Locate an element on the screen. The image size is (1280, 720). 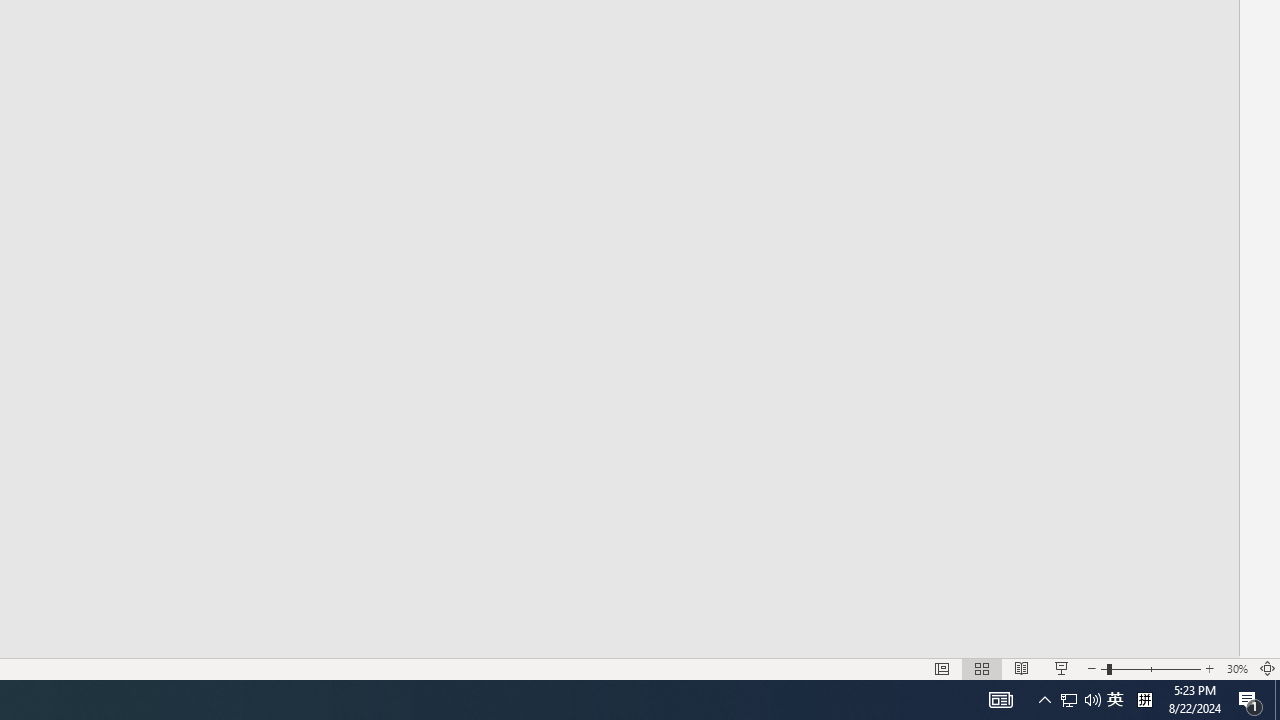
'Zoom 30%' is located at coordinates (1236, 669).